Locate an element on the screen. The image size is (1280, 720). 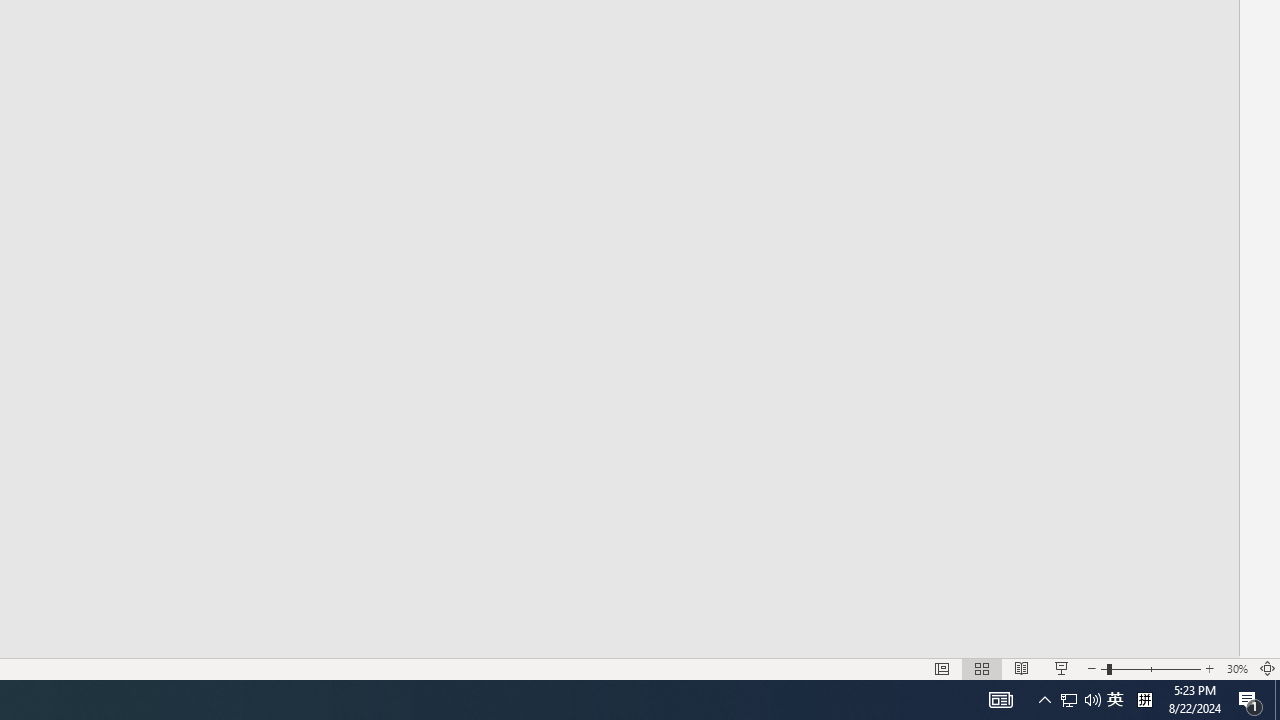
'Zoom 30%' is located at coordinates (1236, 669).